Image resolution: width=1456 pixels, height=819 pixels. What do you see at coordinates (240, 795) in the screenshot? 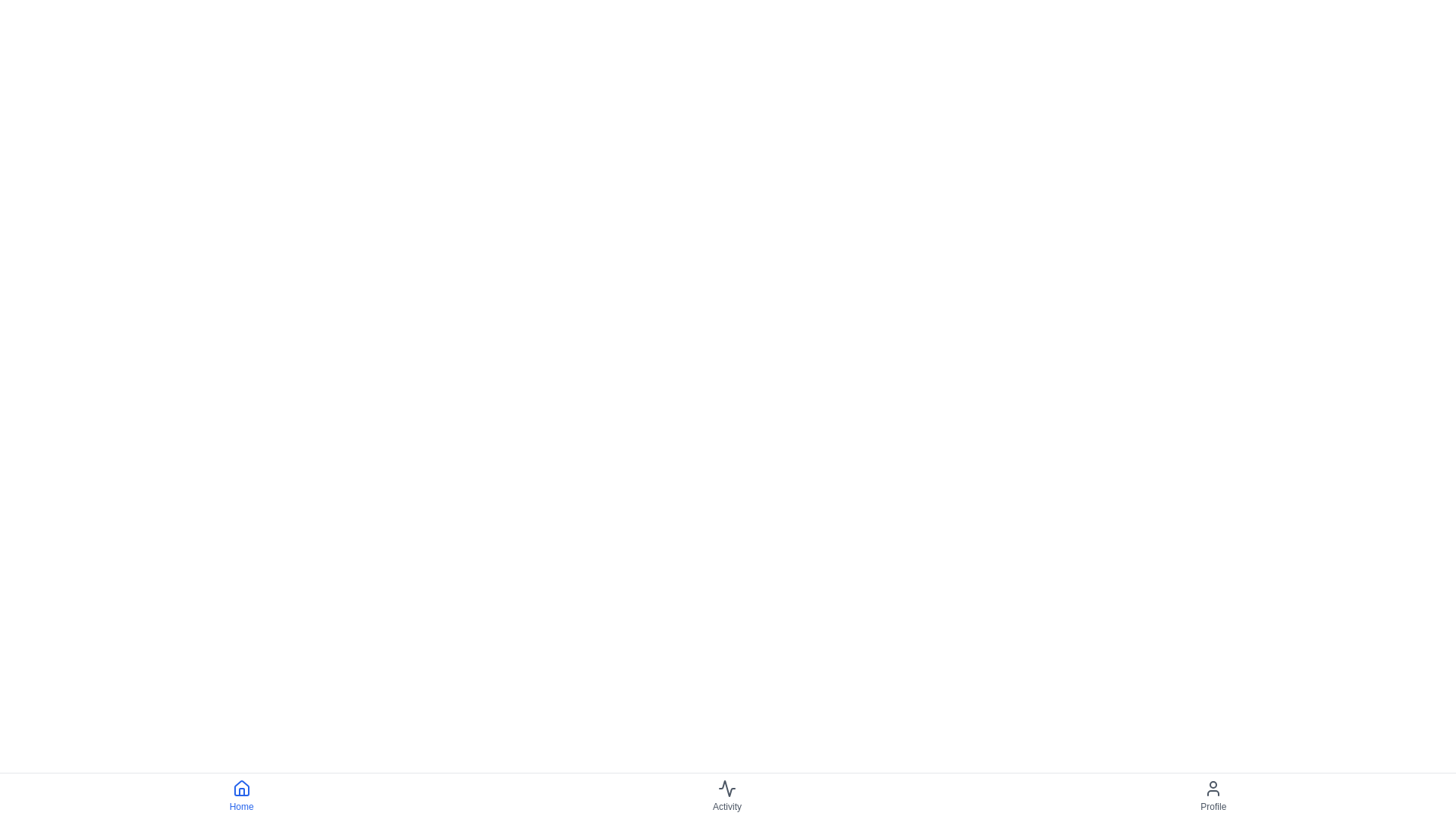
I see `the Home button to navigate to the Home section` at bounding box center [240, 795].